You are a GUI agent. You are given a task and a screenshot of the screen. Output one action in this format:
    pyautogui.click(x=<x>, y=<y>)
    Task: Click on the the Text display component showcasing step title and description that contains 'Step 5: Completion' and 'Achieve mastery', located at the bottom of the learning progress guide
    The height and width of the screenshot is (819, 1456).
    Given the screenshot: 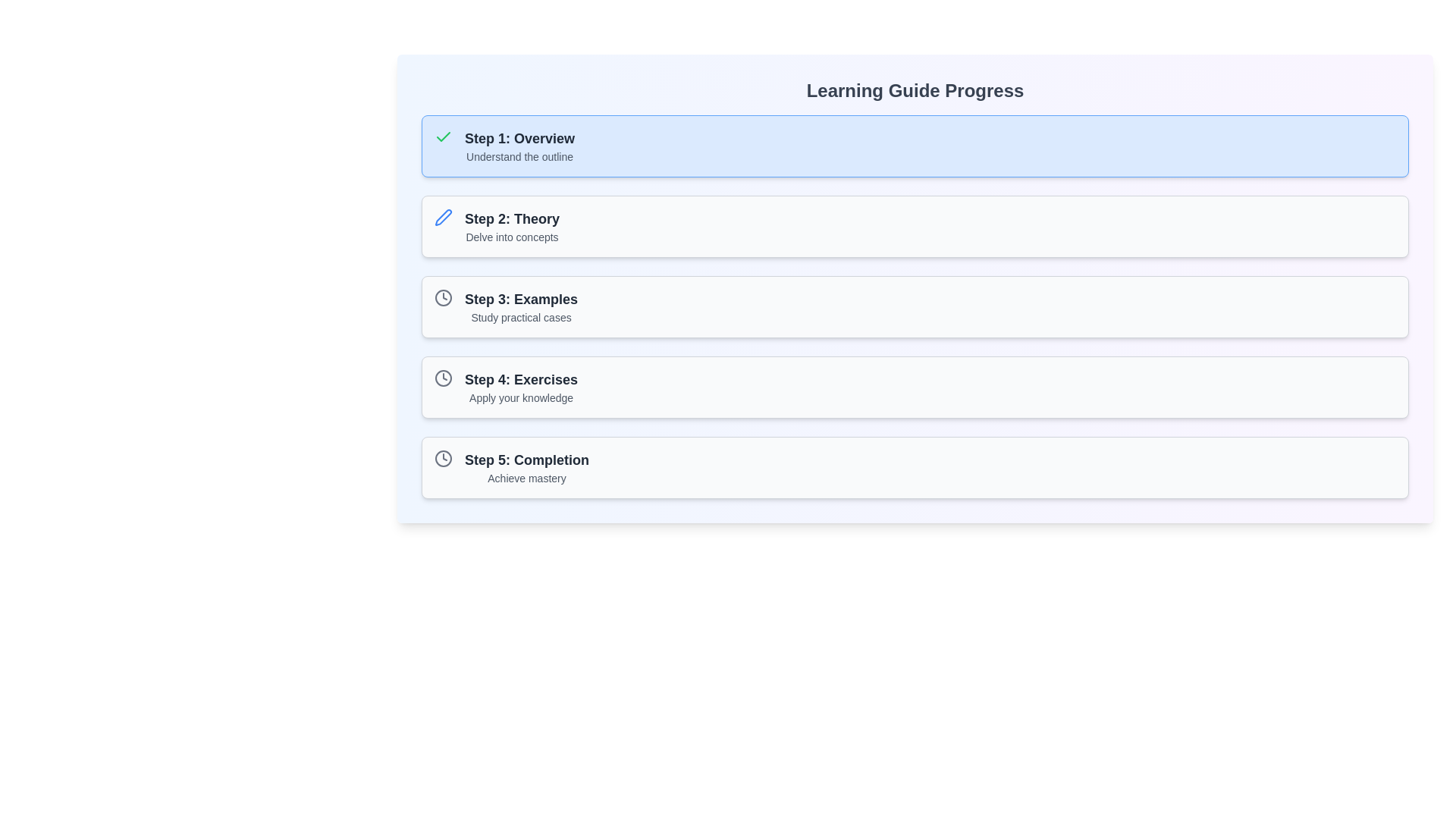 What is the action you would take?
    pyautogui.click(x=527, y=467)
    